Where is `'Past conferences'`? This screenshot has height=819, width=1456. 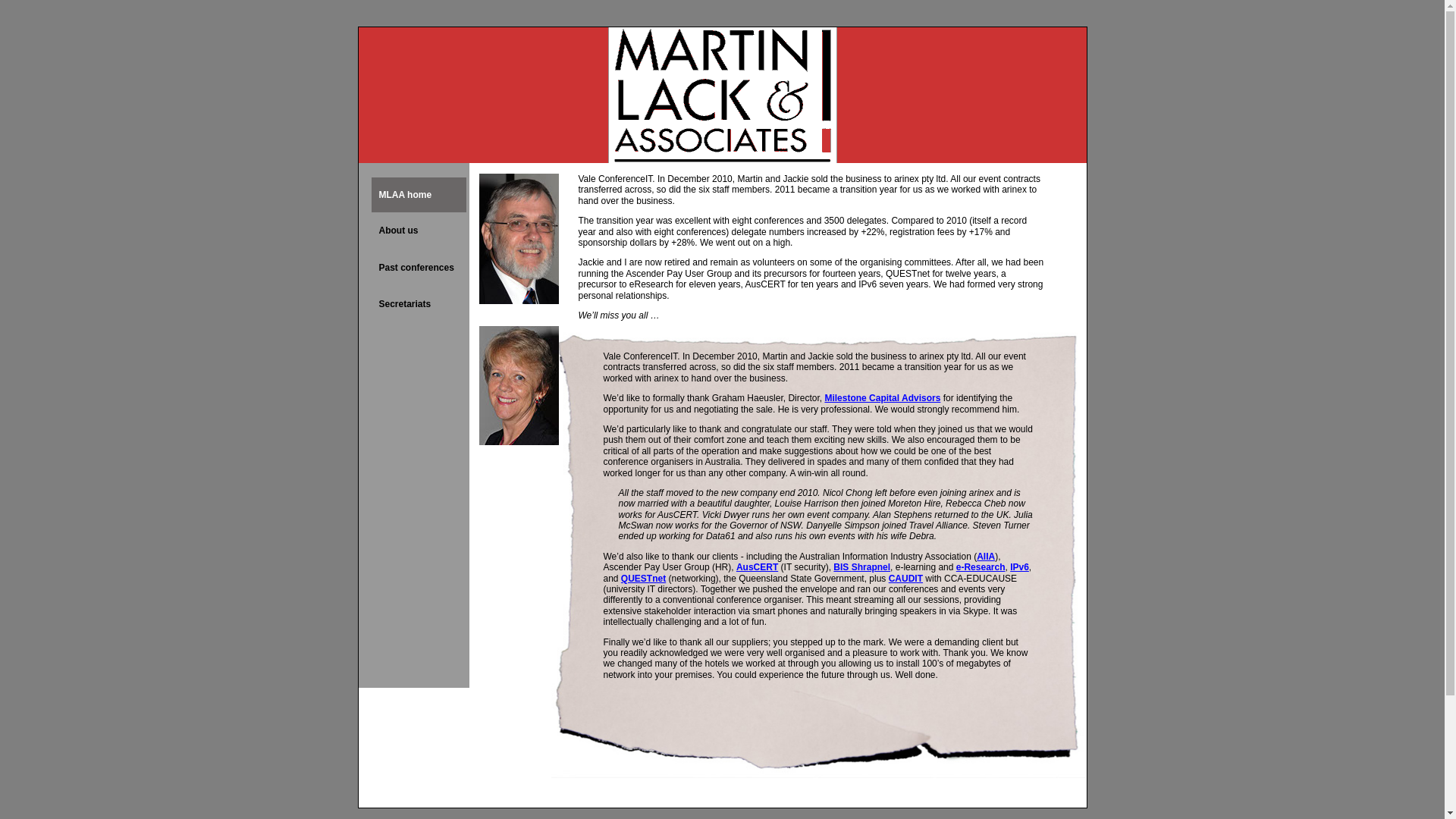
'Past conferences' is located at coordinates (419, 267).